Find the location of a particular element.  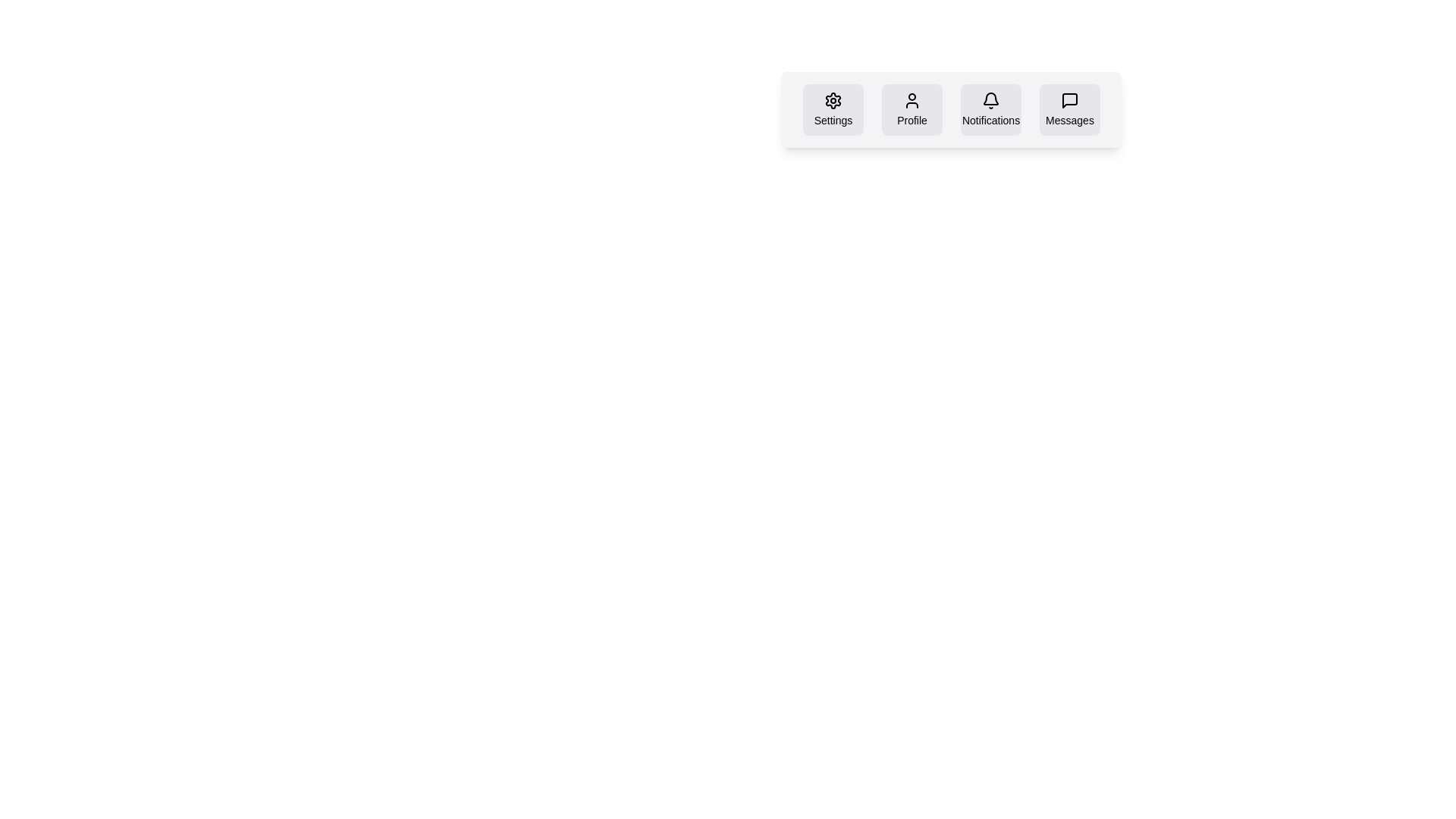

the bell-shaped icon within the 'Notifications' button, which is displayed in black over a light gray background is located at coordinates (990, 100).